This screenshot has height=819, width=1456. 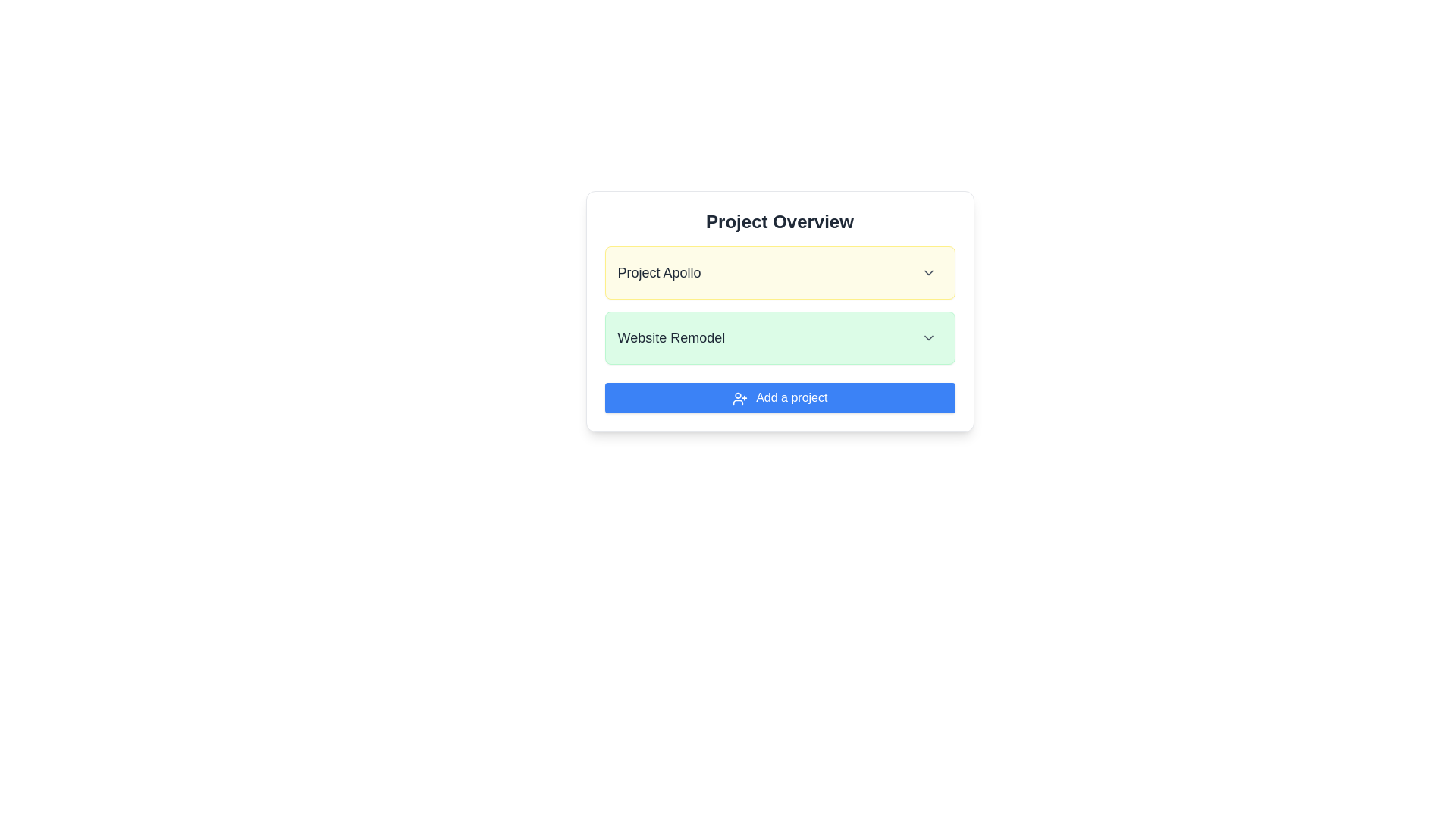 What do you see at coordinates (739, 397) in the screenshot?
I see `the icon located to the left of the 'Add a project' text within the blue button, which indicates the function of adding a user or project` at bounding box center [739, 397].